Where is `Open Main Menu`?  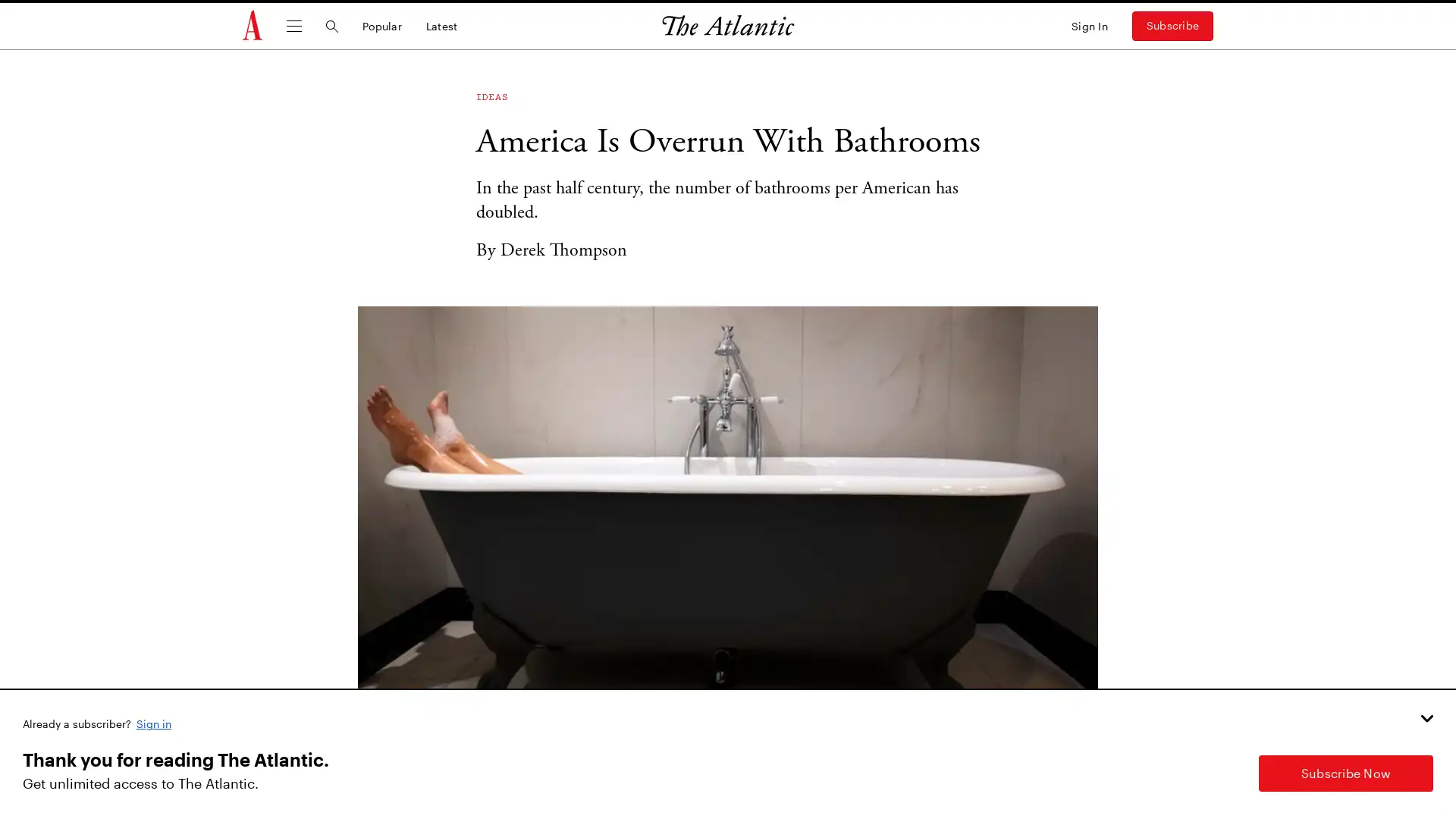 Open Main Menu is located at coordinates (294, 26).